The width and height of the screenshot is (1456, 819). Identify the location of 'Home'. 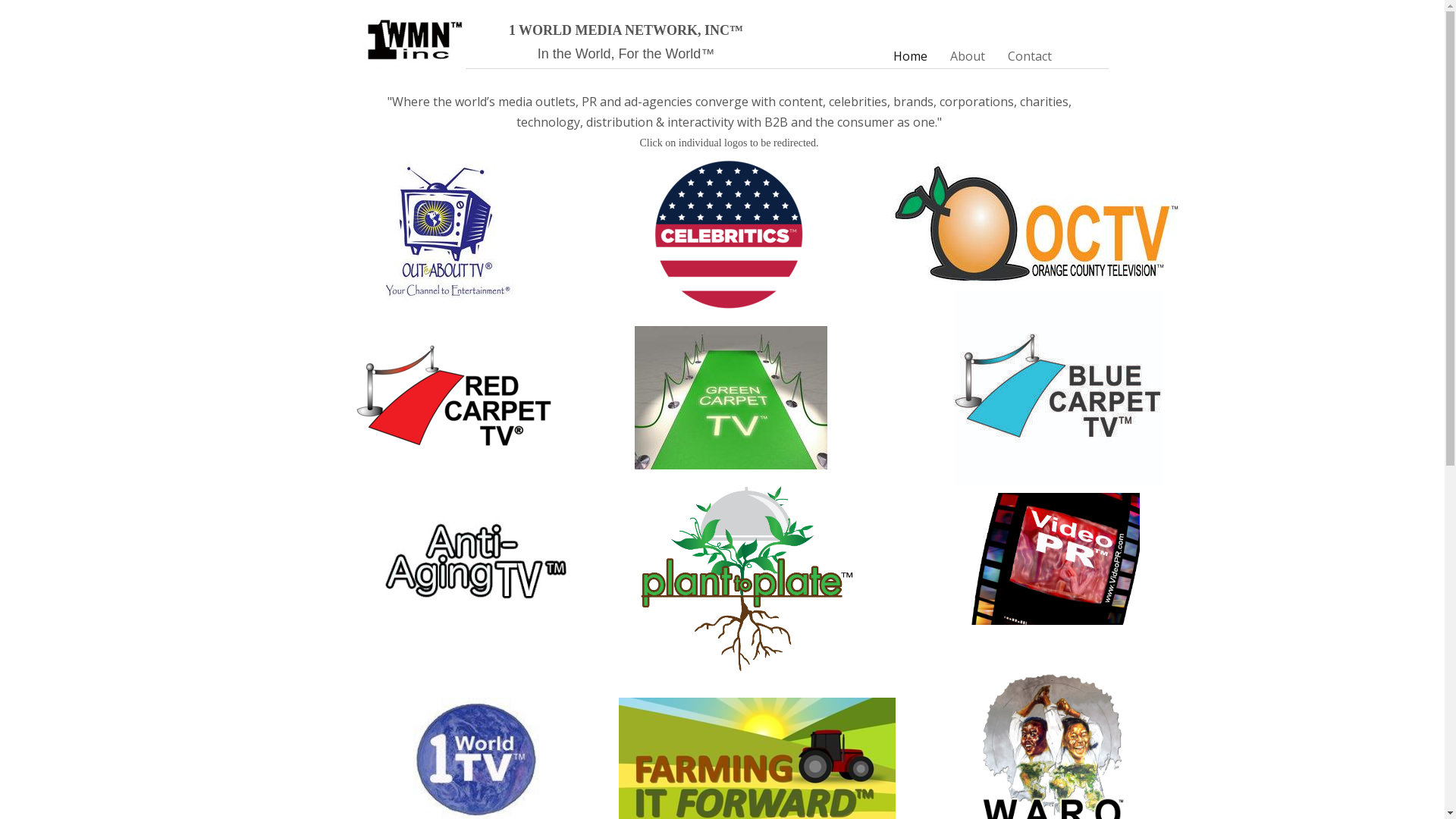
(909, 55).